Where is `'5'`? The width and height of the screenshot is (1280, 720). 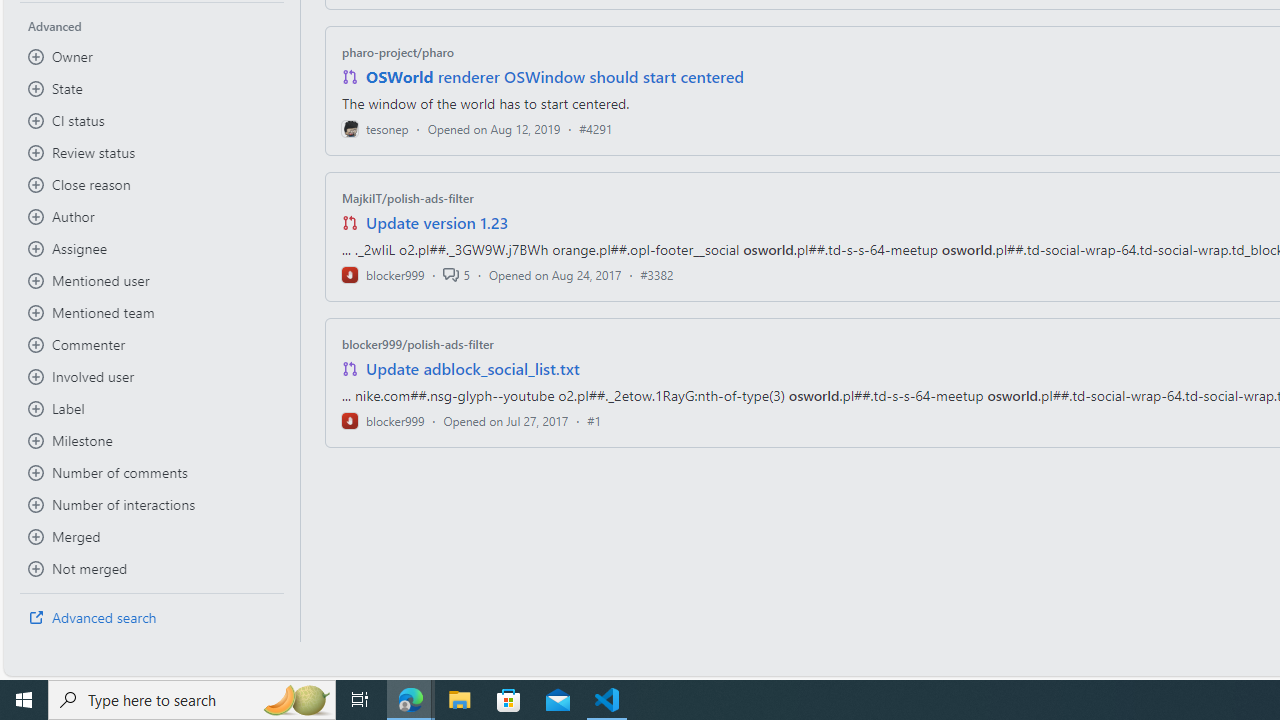 '5' is located at coordinates (455, 274).